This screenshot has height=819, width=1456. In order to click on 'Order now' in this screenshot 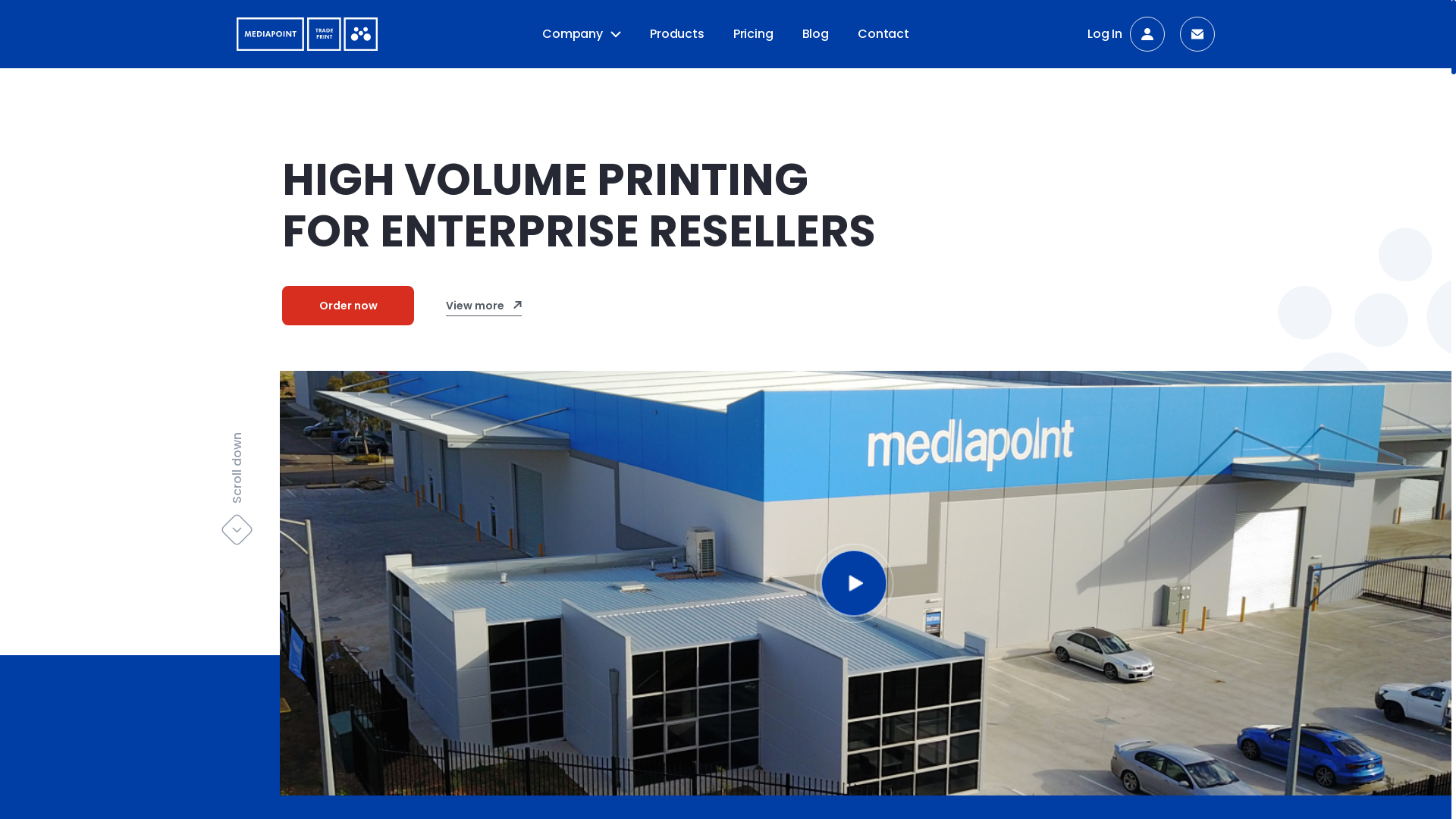, I will do `click(347, 305)`.